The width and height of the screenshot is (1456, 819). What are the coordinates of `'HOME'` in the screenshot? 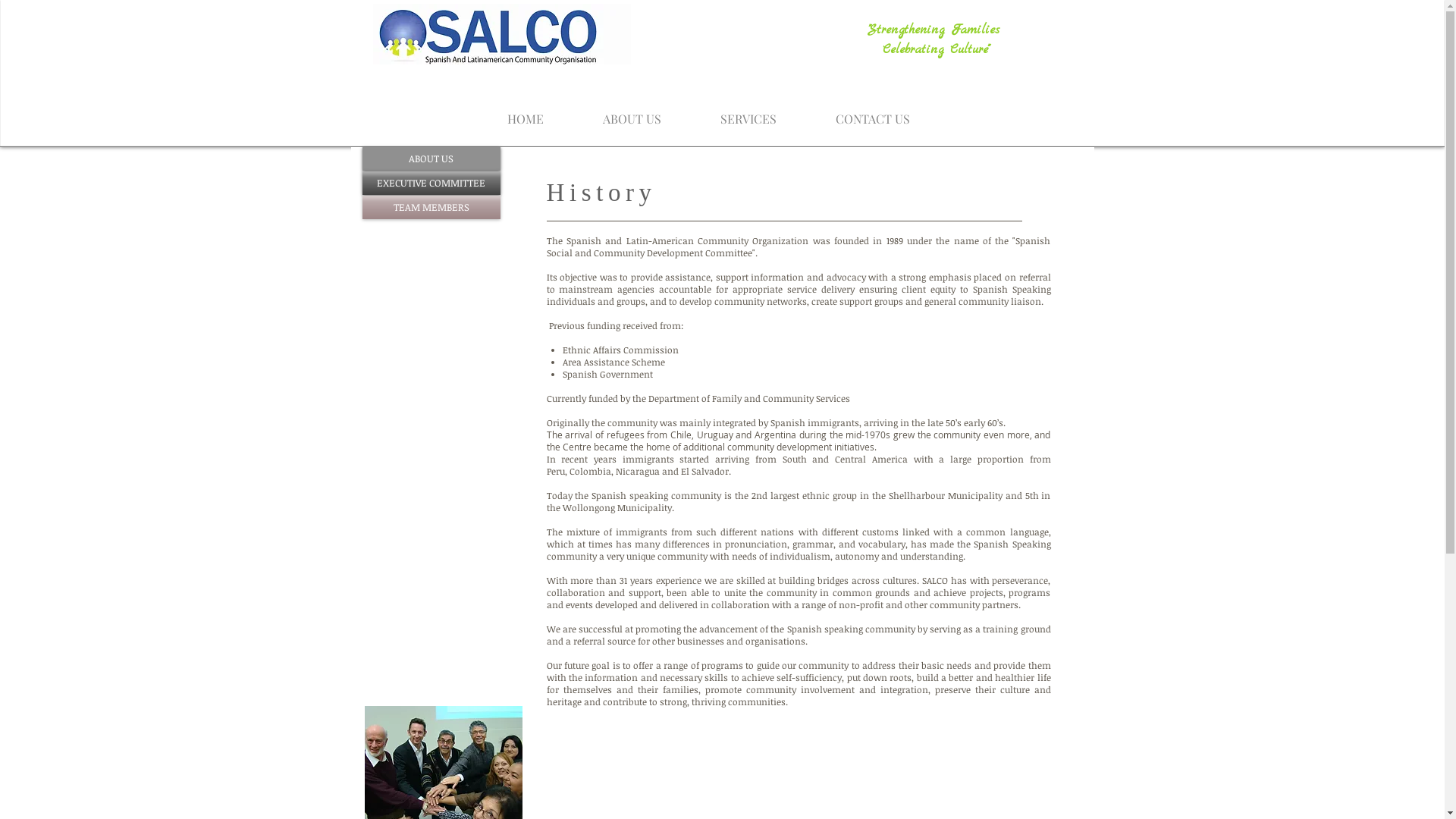 It's located at (525, 111).